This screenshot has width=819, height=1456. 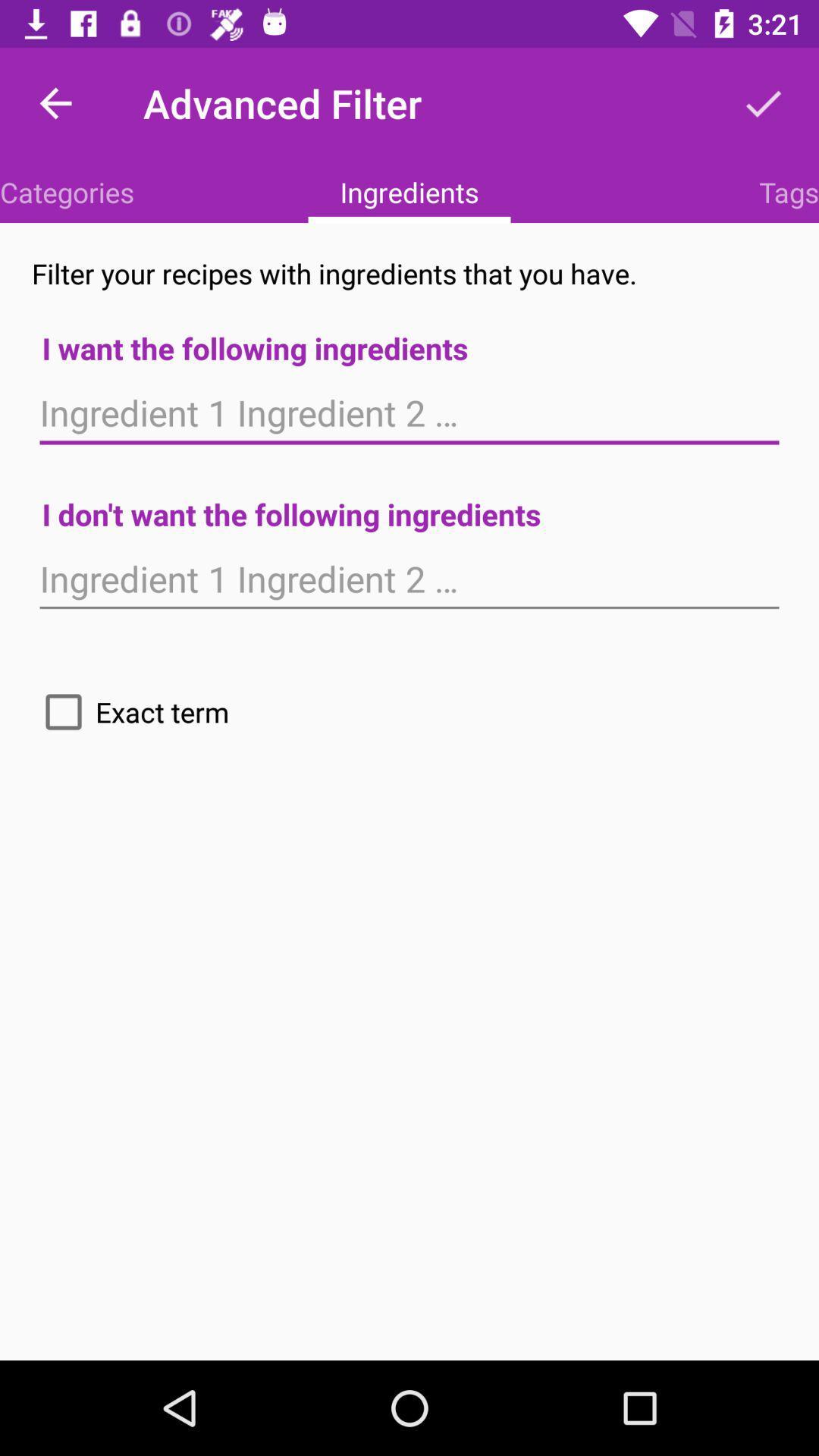 I want to click on the tags icon, so click(x=788, y=191).